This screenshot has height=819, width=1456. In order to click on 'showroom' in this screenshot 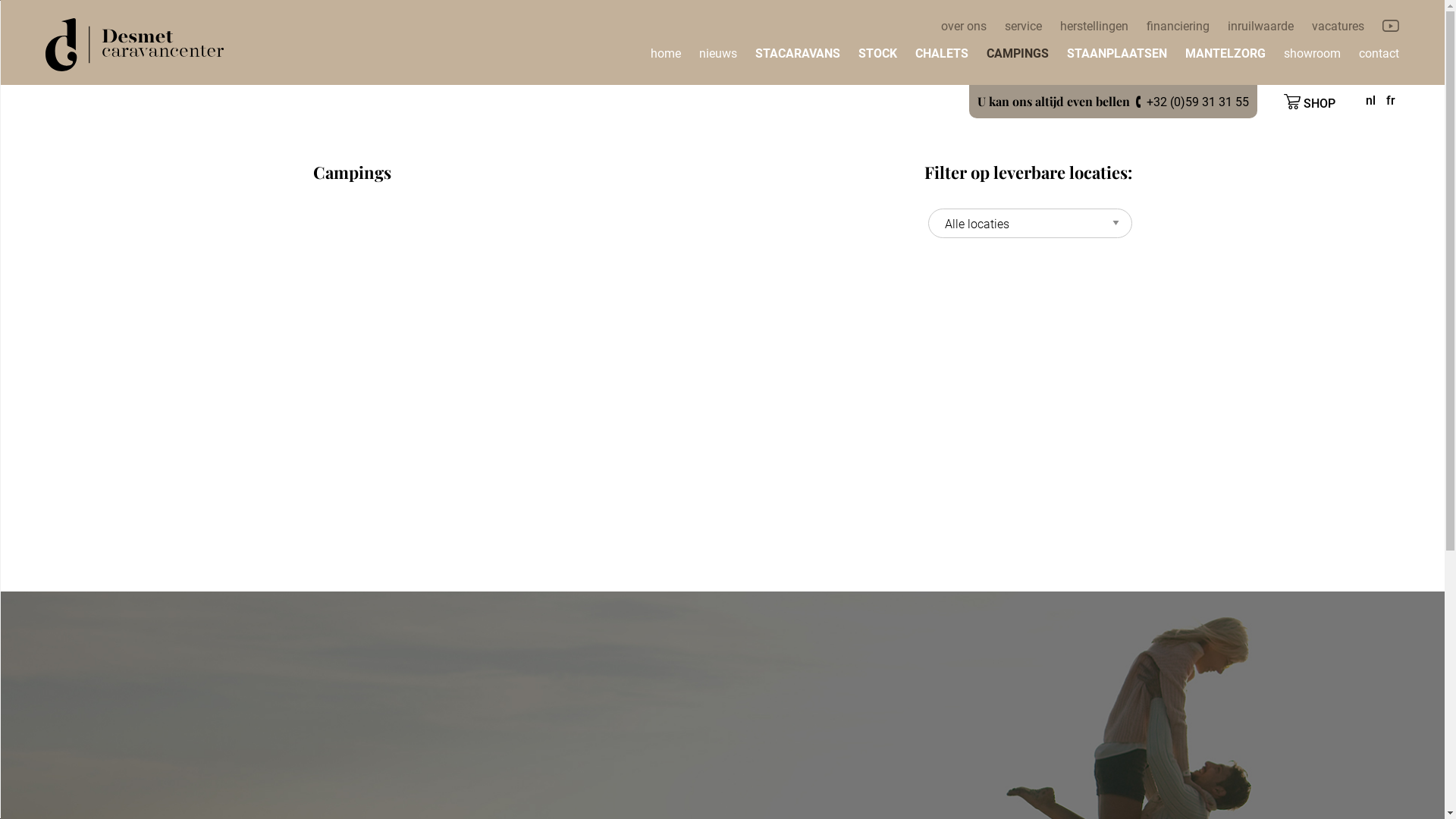, I will do `click(1311, 52)`.